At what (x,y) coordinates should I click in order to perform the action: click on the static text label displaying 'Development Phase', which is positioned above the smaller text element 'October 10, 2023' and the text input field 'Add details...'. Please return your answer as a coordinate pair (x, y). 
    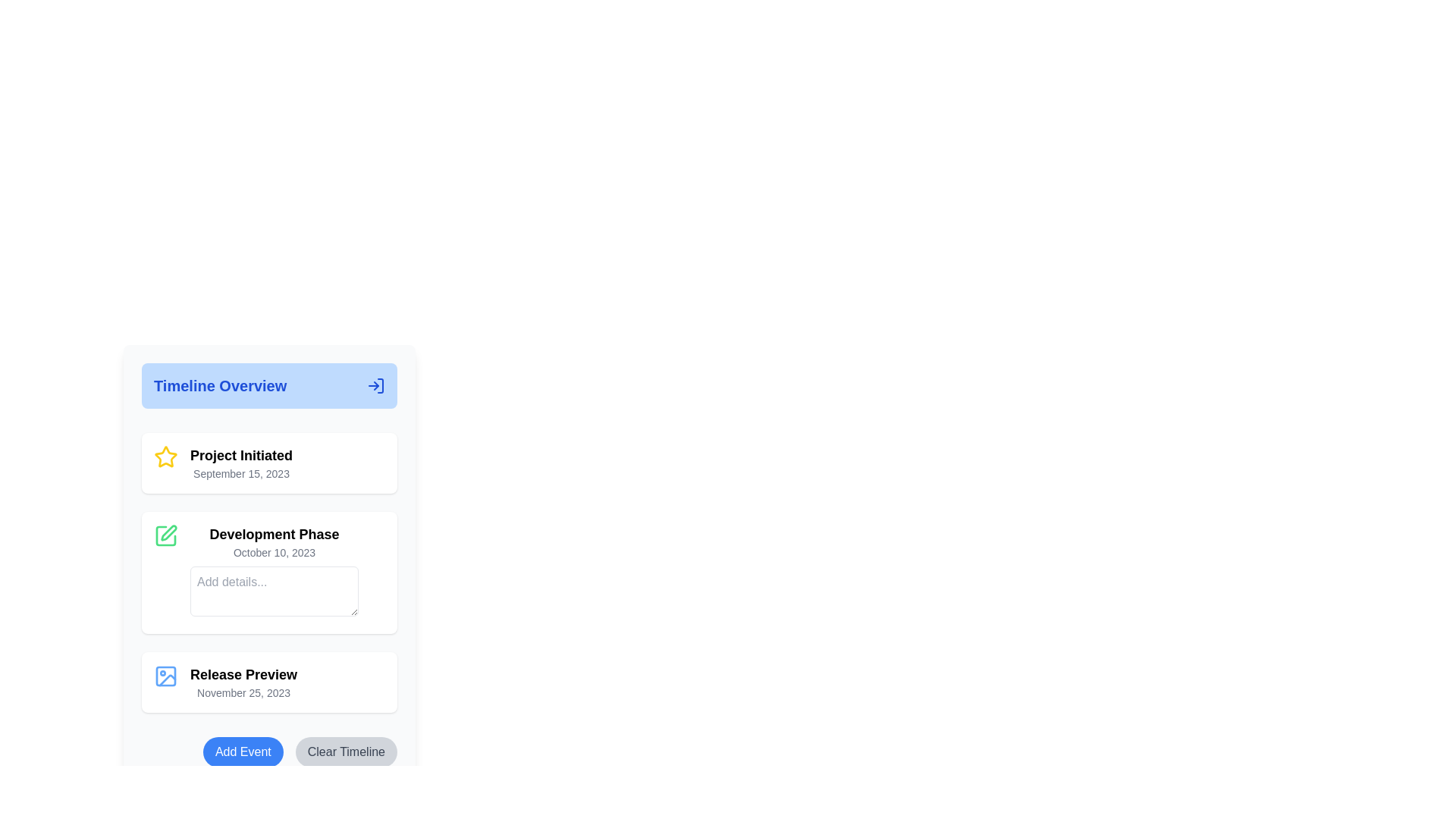
    Looking at the image, I should click on (274, 534).